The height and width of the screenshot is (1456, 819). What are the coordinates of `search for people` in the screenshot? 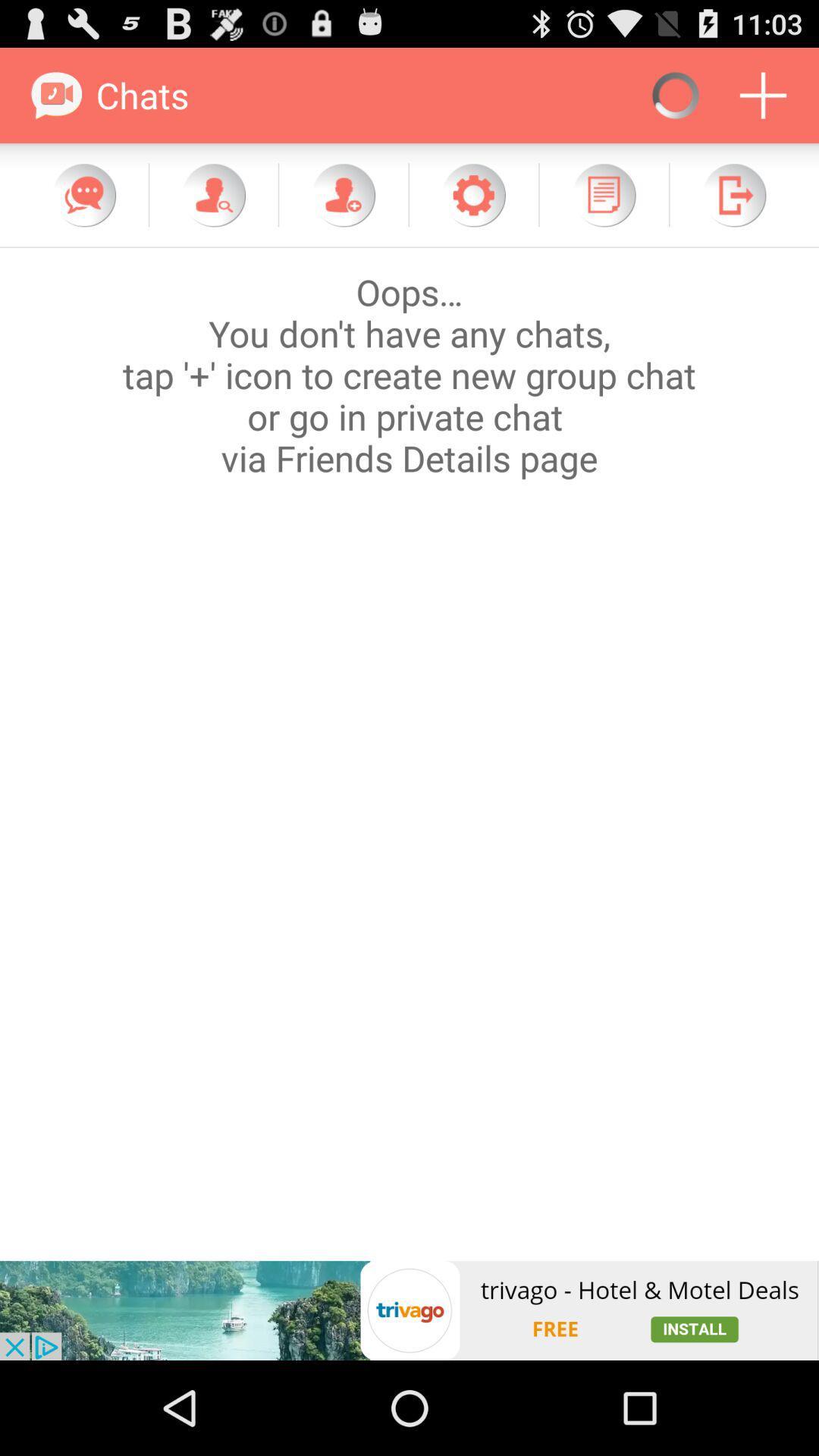 It's located at (213, 194).